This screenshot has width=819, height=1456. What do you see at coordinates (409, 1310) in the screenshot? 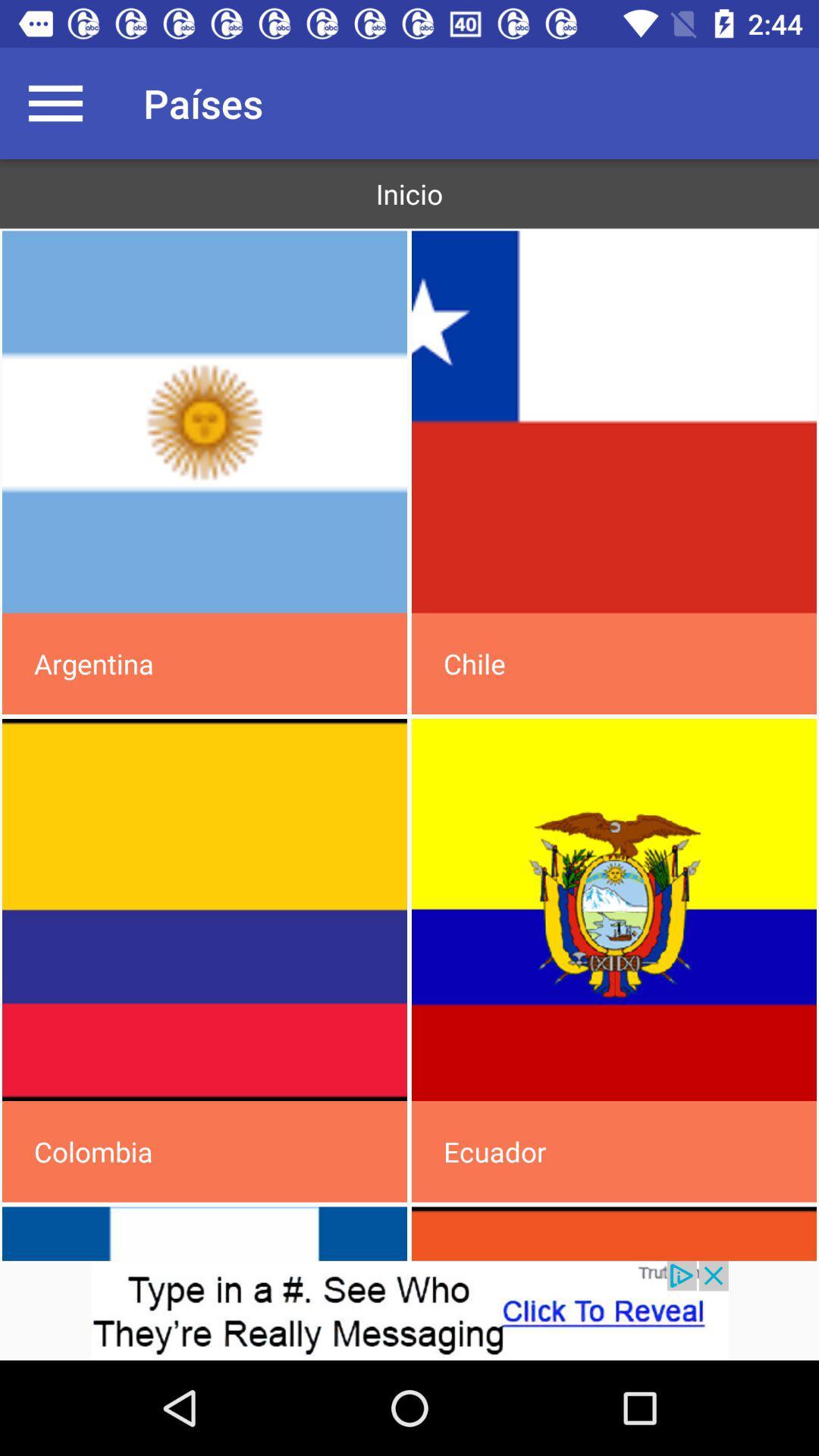
I see `remove add` at bounding box center [409, 1310].